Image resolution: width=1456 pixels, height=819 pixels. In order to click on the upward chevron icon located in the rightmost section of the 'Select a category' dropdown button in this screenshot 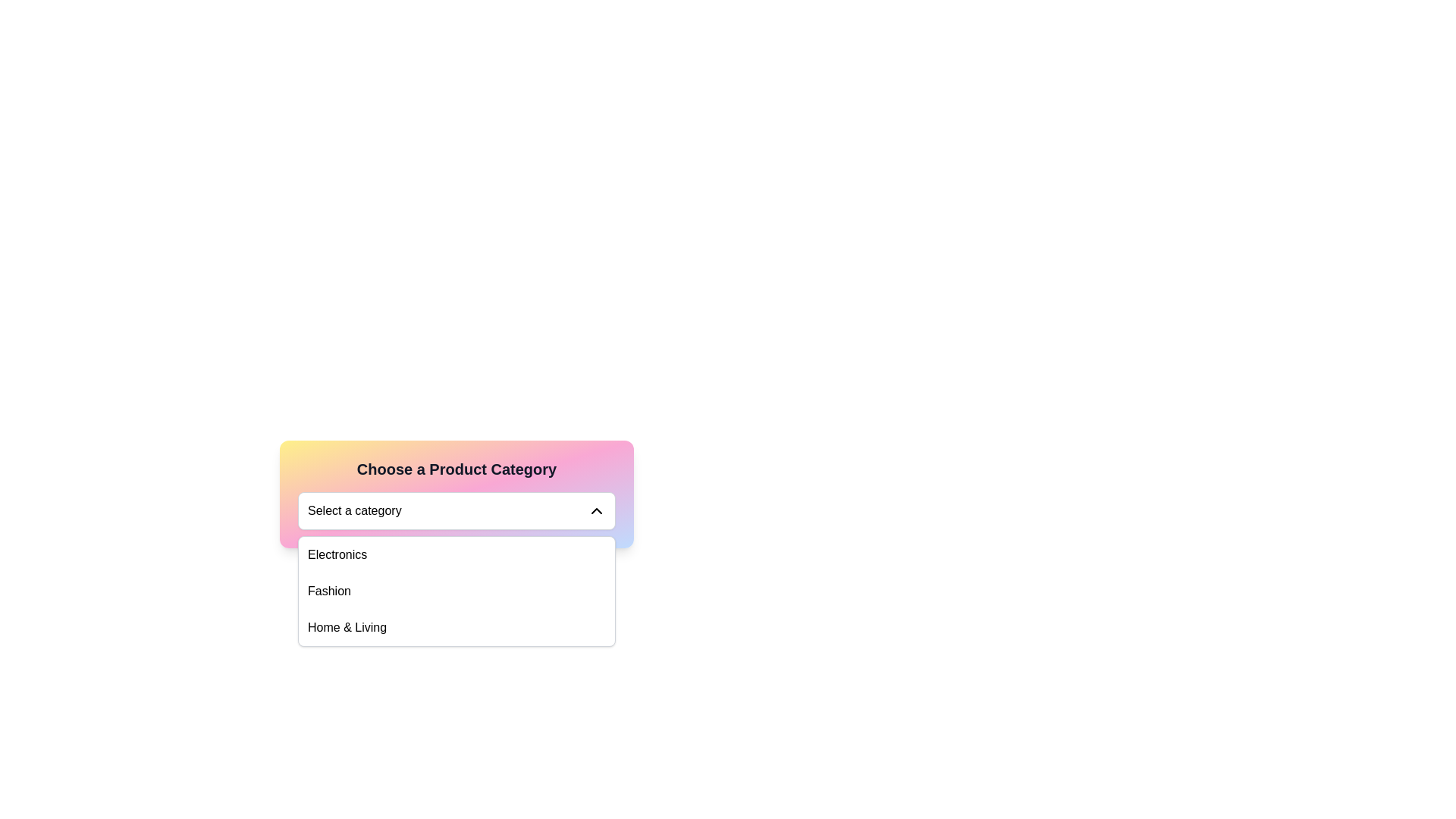, I will do `click(596, 511)`.